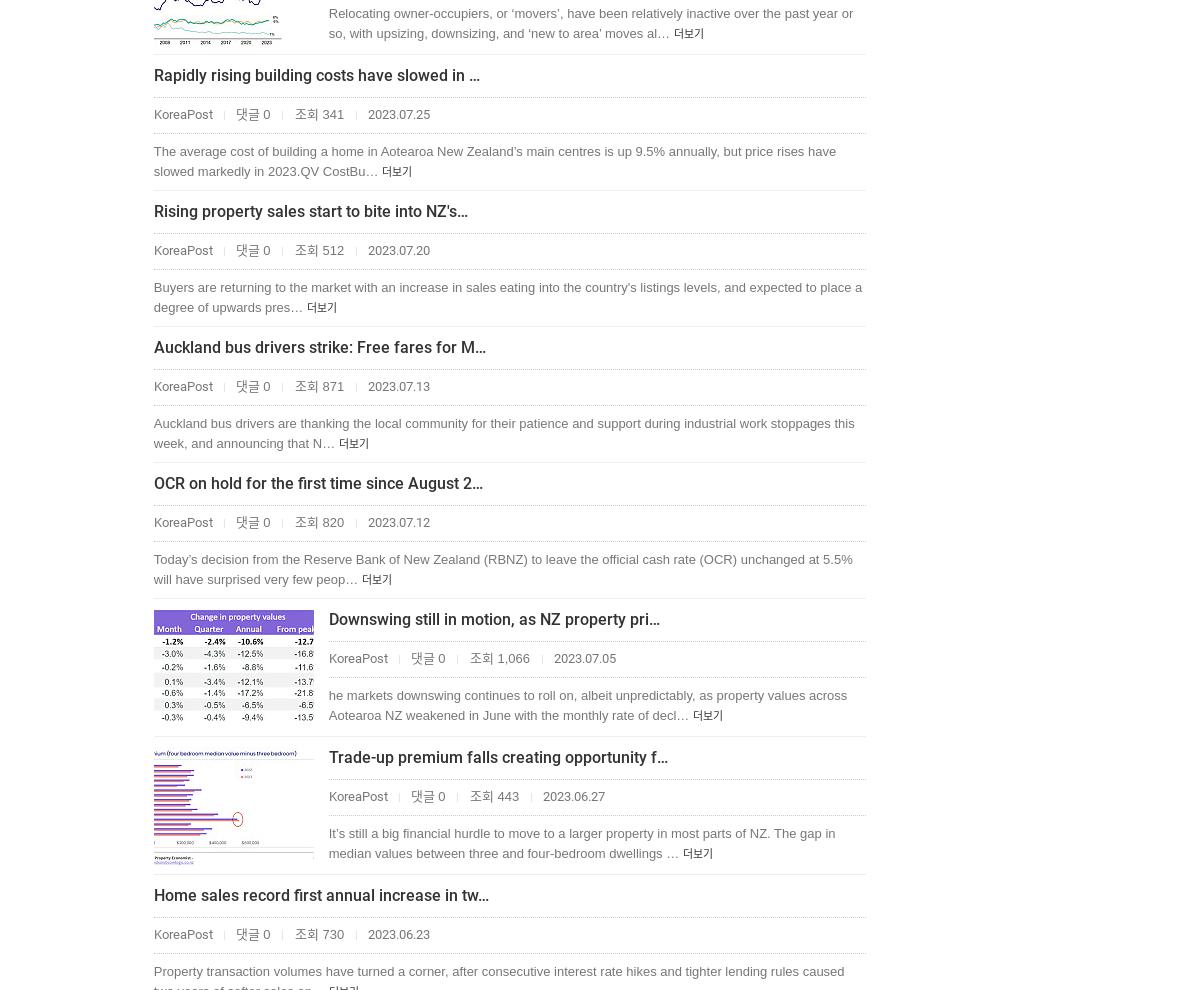 This screenshot has width=1200, height=990. What do you see at coordinates (320, 894) in the screenshot?
I see `'Home sales record first annual increase in tw…'` at bounding box center [320, 894].